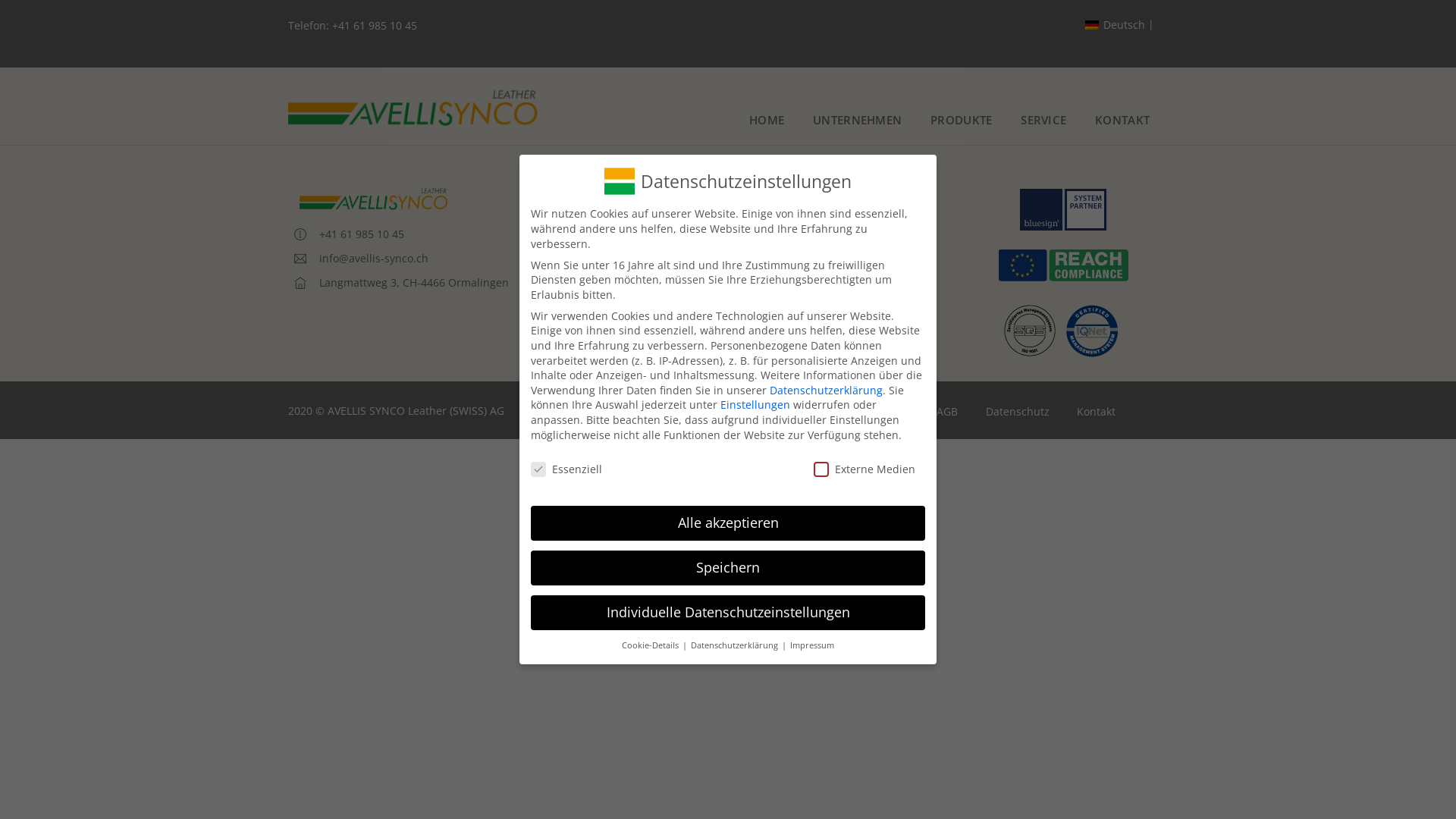  What do you see at coordinates (694, 295) in the screenshot?
I see `'Farbchemie Braun Gruppe'` at bounding box center [694, 295].